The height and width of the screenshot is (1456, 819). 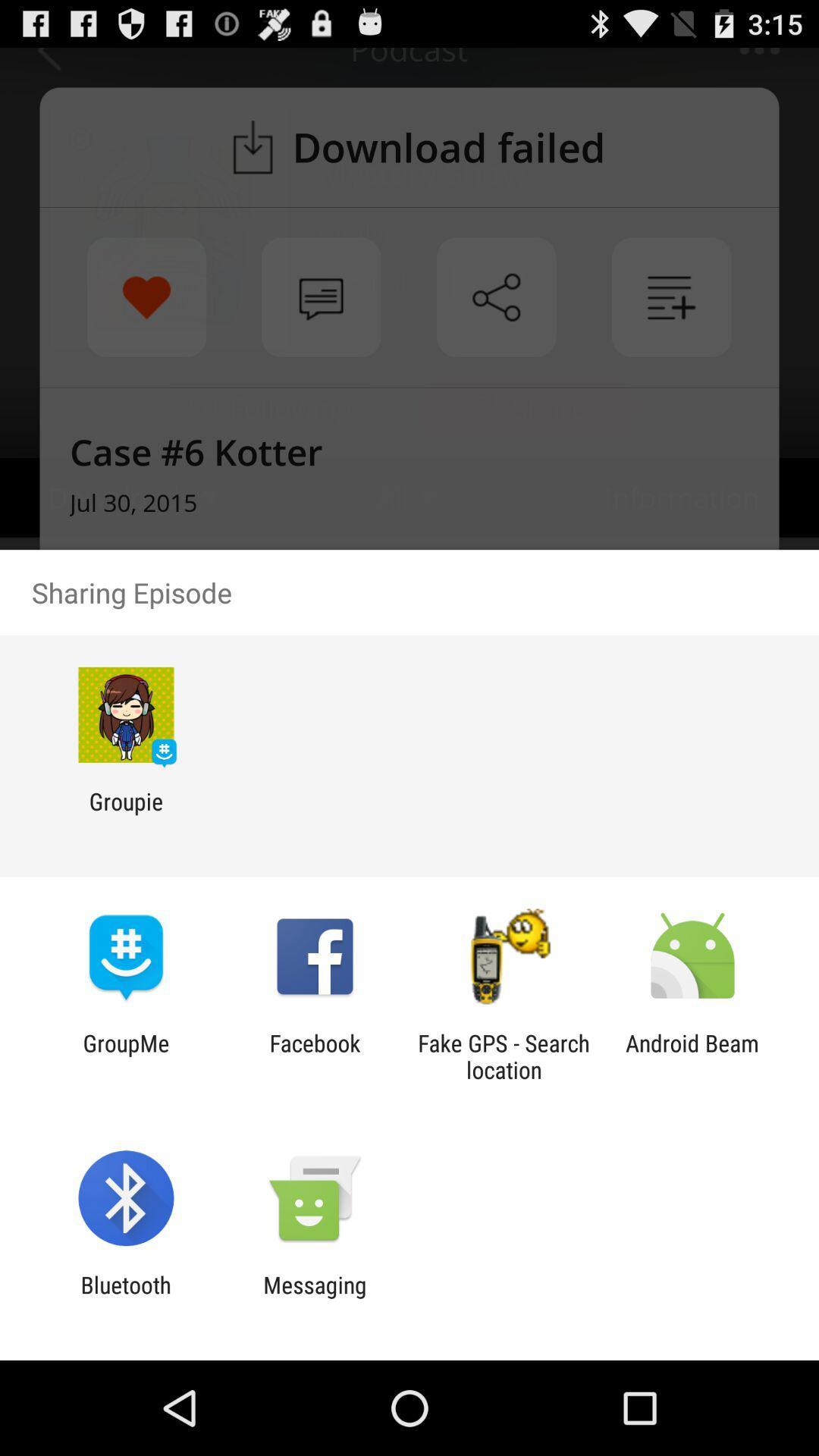 I want to click on item next to the facebook, so click(x=504, y=1056).